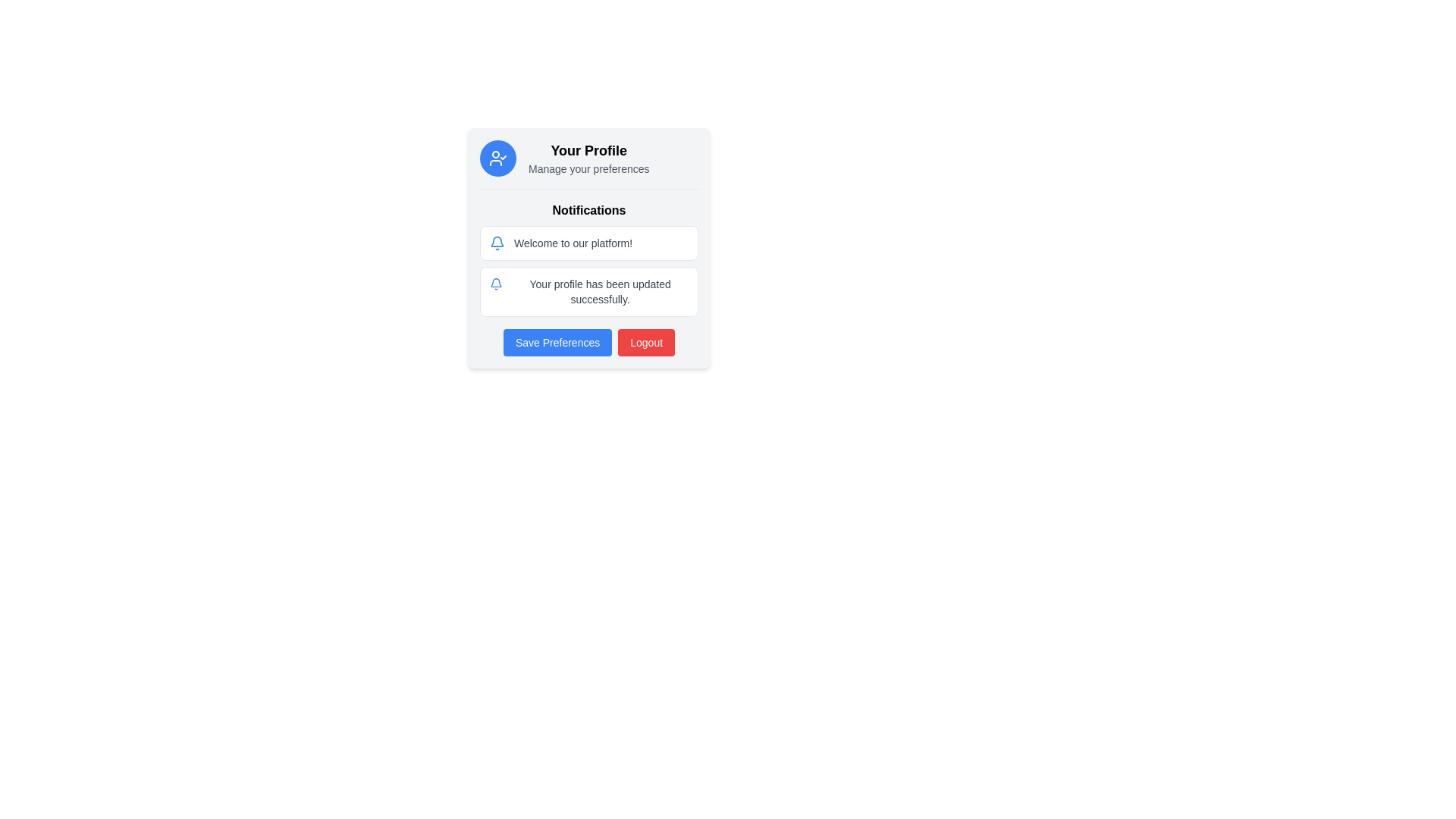 The height and width of the screenshot is (819, 1456). What do you see at coordinates (588, 242) in the screenshot?
I see `the first Notification card in the Notifications section that informs the user about their introduction to the platform` at bounding box center [588, 242].